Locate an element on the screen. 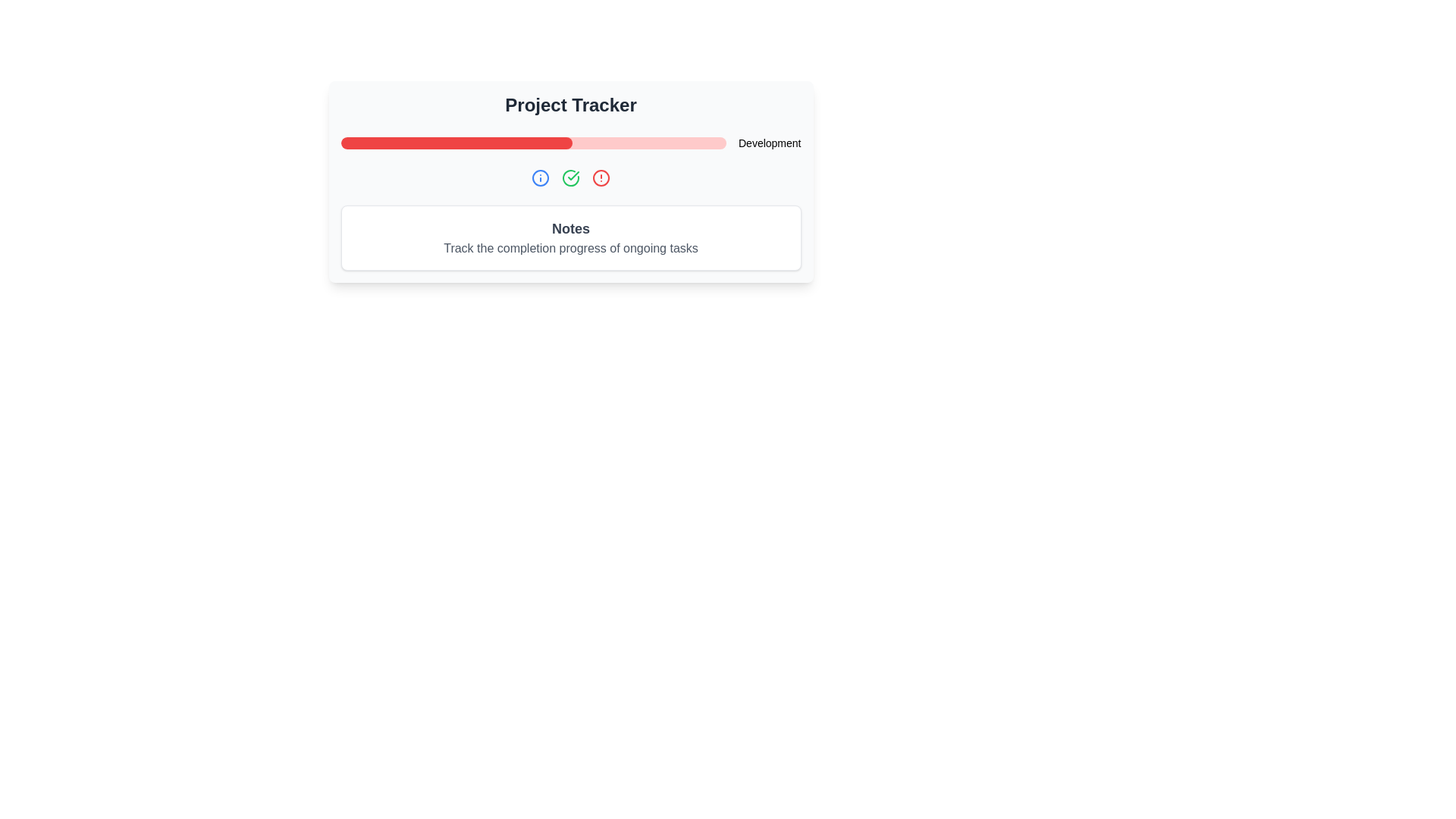 The width and height of the screenshot is (1456, 819). the warning icon, which is a circular icon with a red border, located fourth from the left in a horizontal row of icons below the progress bar is located at coordinates (600, 177).